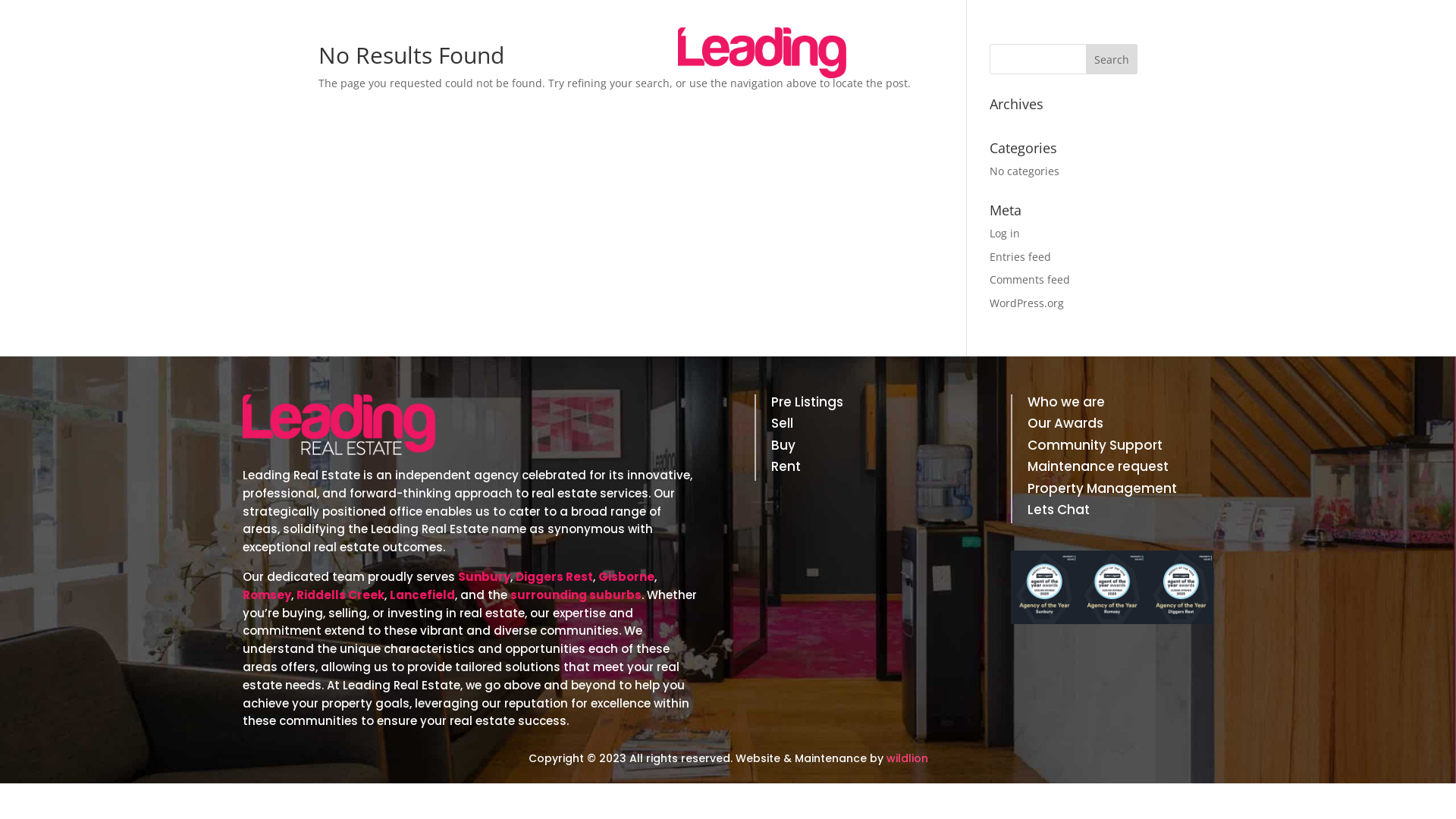 The width and height of the screenshot is (1456, 819). What do you see at coordinates (1004, 233) in the screenshot?
I see `'Log in'` at bounding box center [1004, 233].